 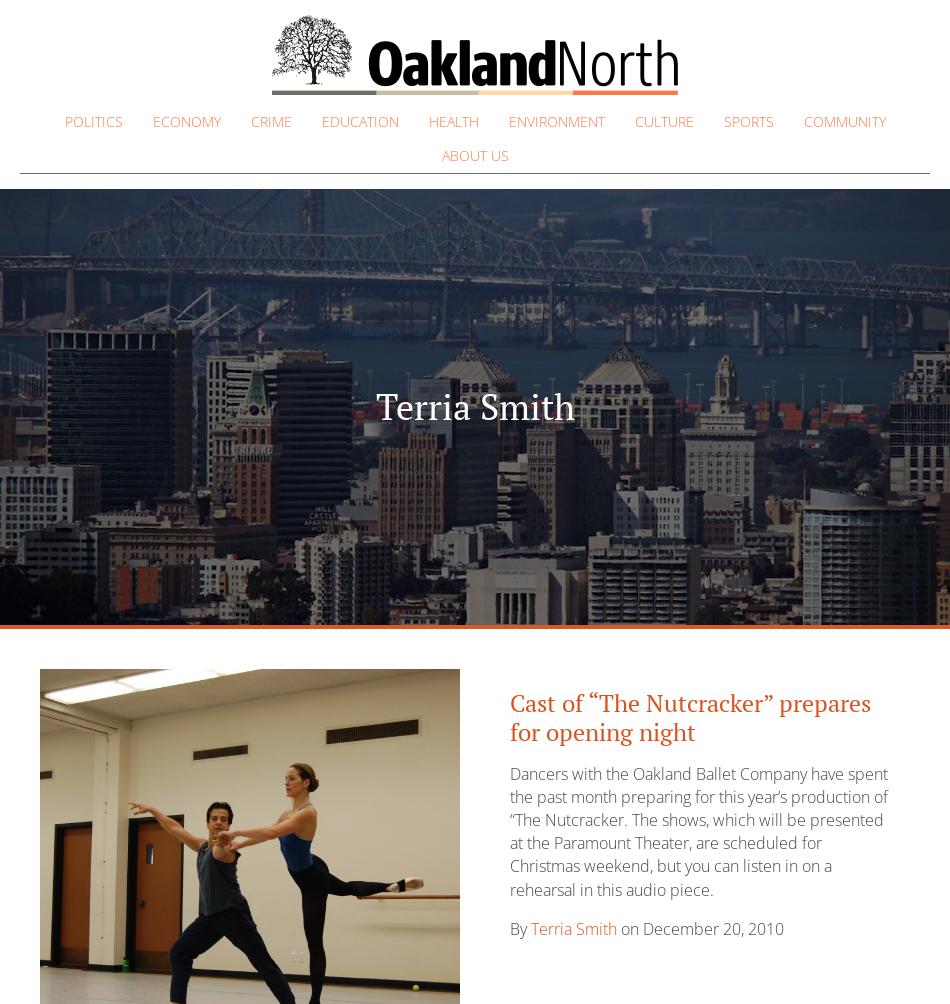 I want to click on 'on December 20, 2010', so click(x=617, y=926).